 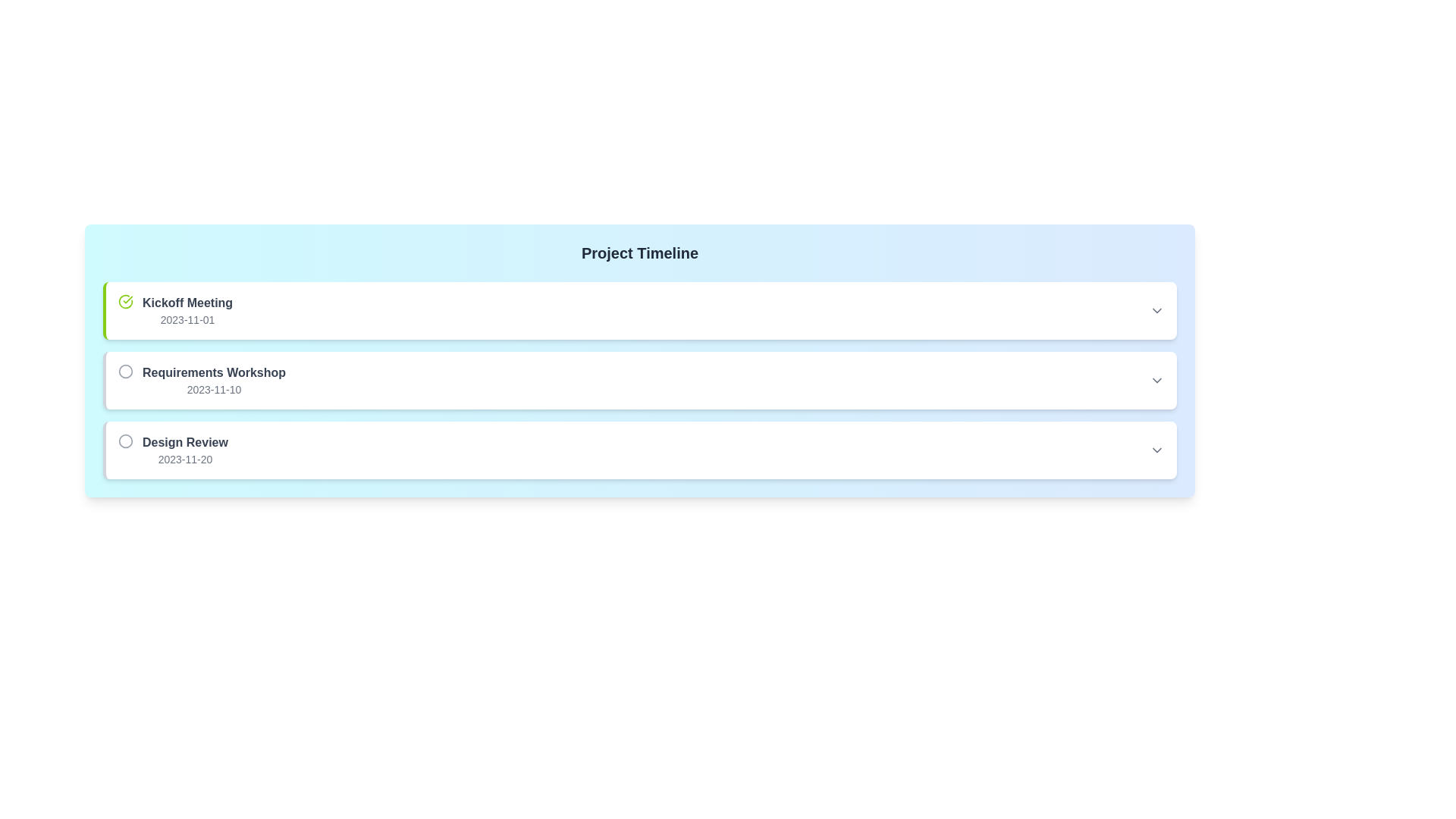 I want to click on the Text Label that serves as the title for an event entry in the Project Timeline, positioned above the date '2023-11-01', so click(x=187, y=303).